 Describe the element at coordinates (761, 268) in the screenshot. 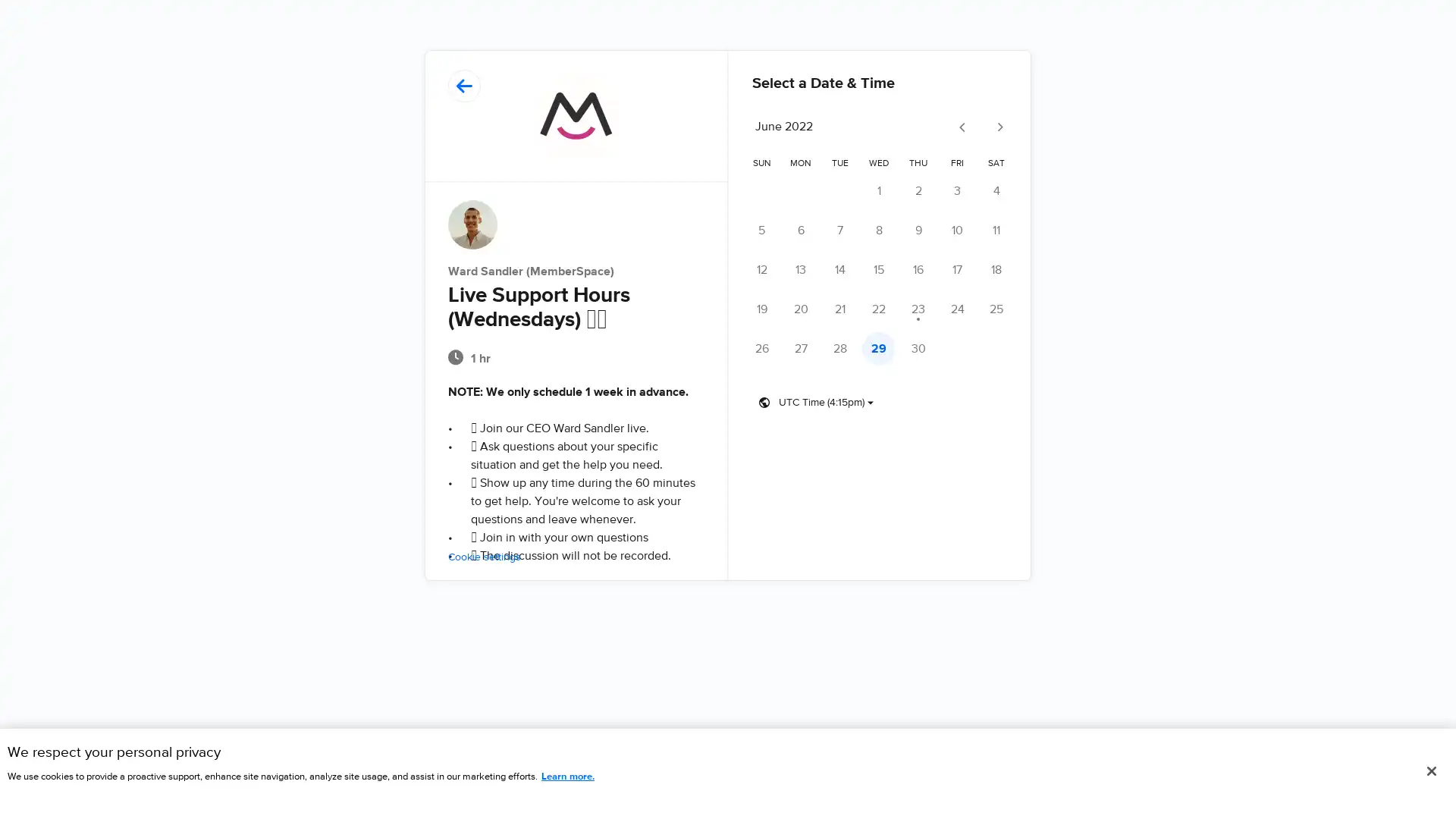

I see `Sunday, June 12 - No times available` at that location.